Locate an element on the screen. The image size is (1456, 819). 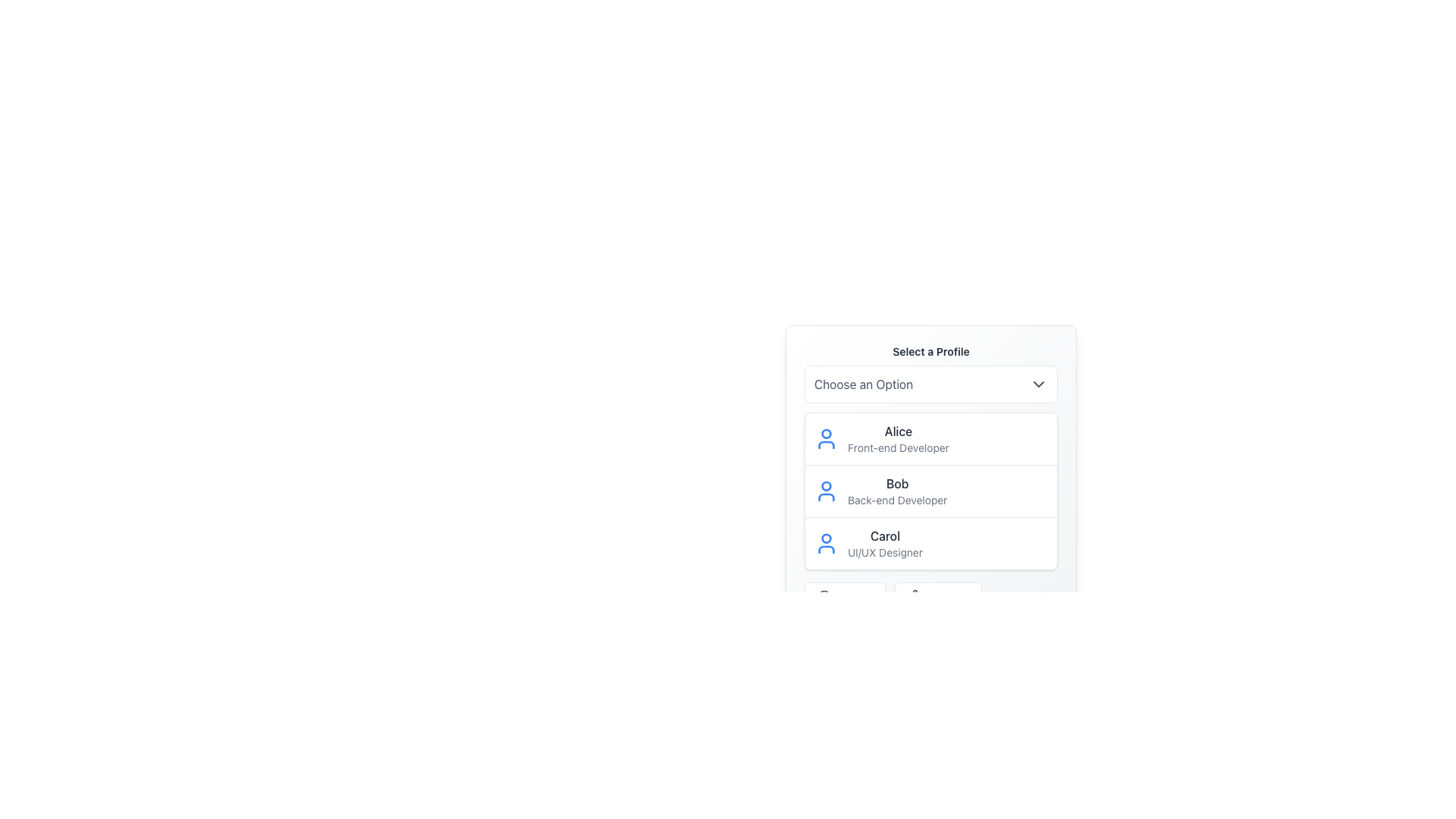
the circular sub-component of the user profile icon located to the left of the profile entry labeled 'Carol', which is the third entry in the vertical list is located at coordinates (825, 537).